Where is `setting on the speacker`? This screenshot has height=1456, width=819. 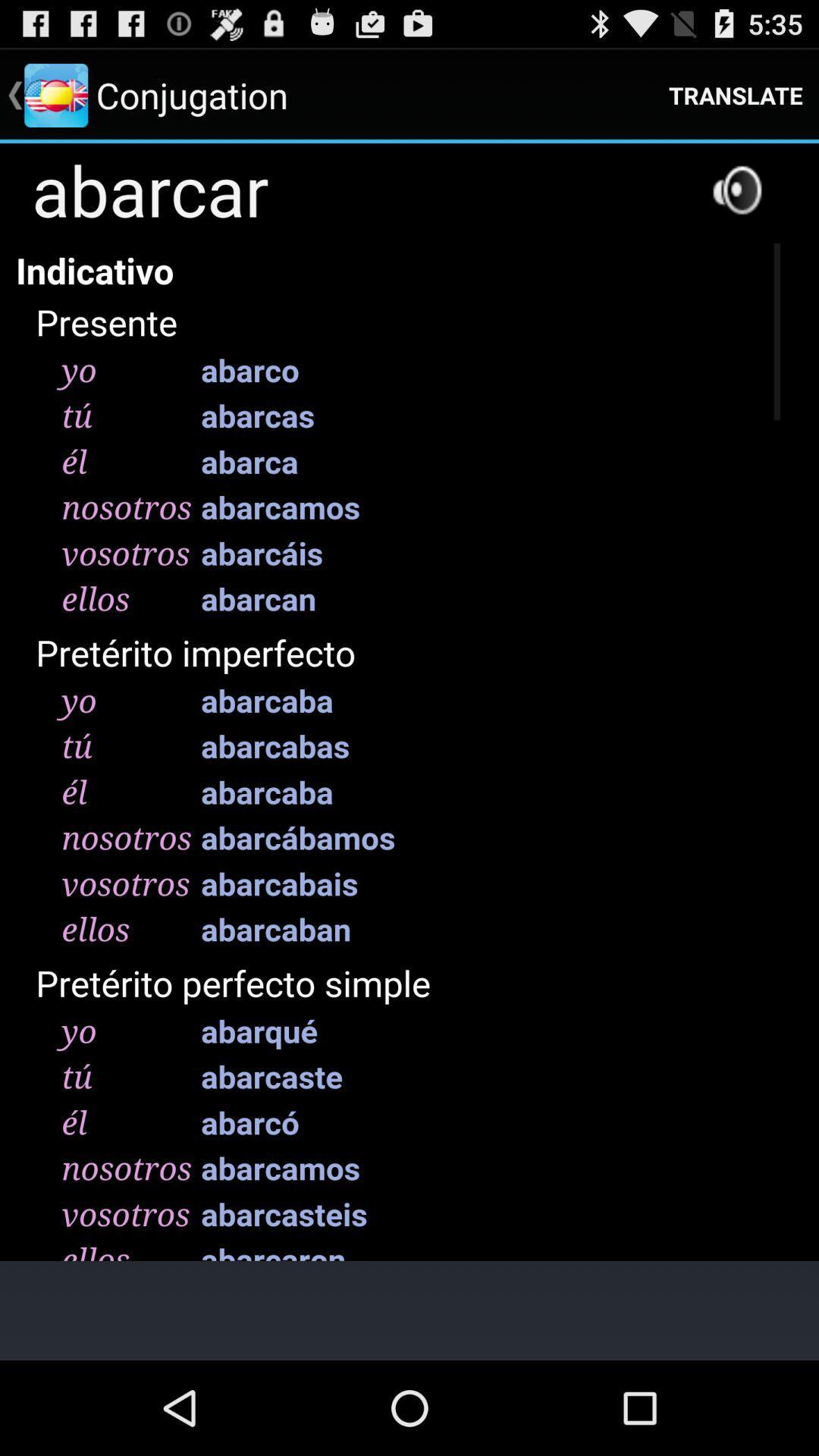 setting on the speacker is located at coordinates (736, 189).